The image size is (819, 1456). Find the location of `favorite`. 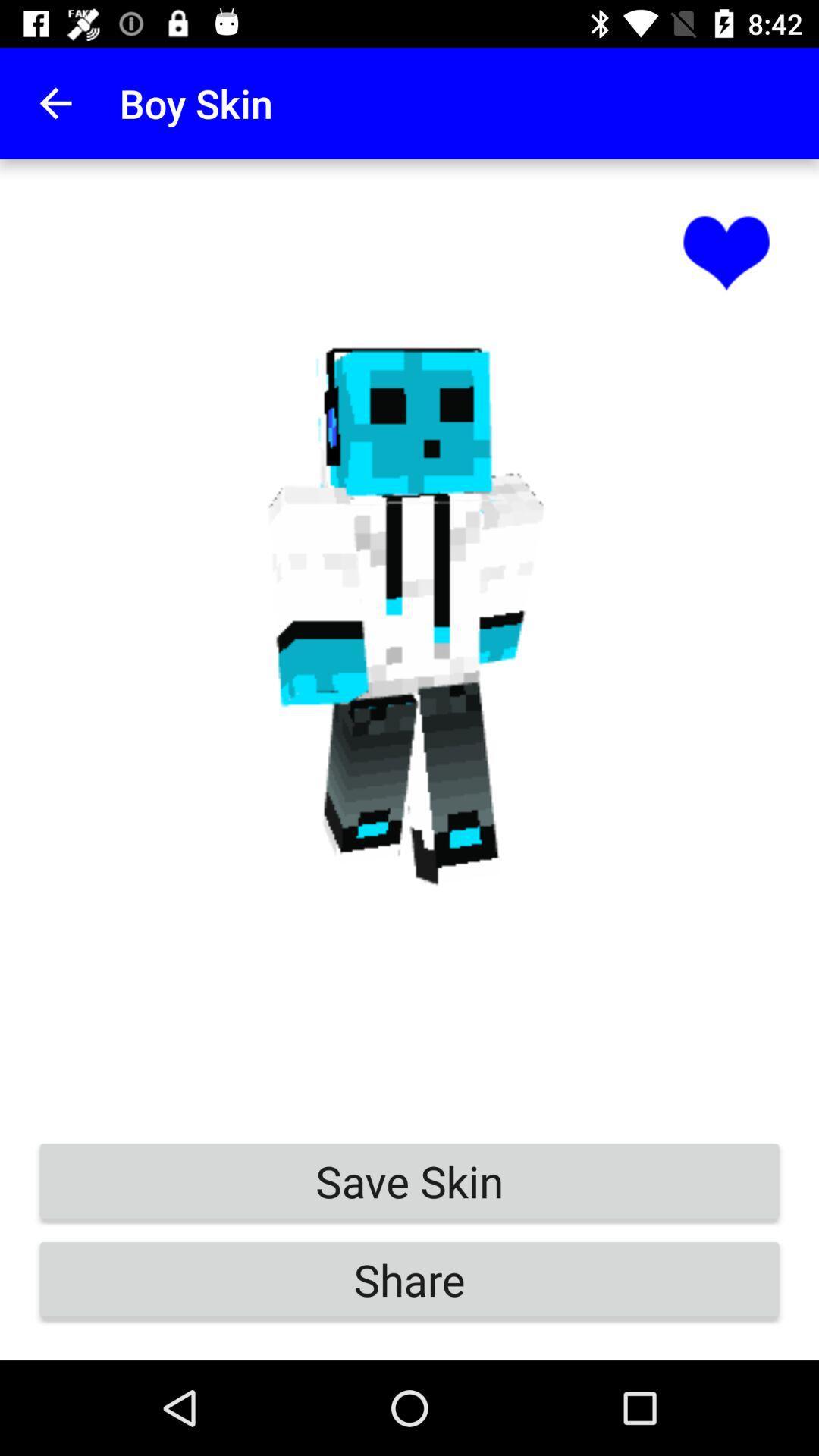

favorite is located at coordinates (726, 251).